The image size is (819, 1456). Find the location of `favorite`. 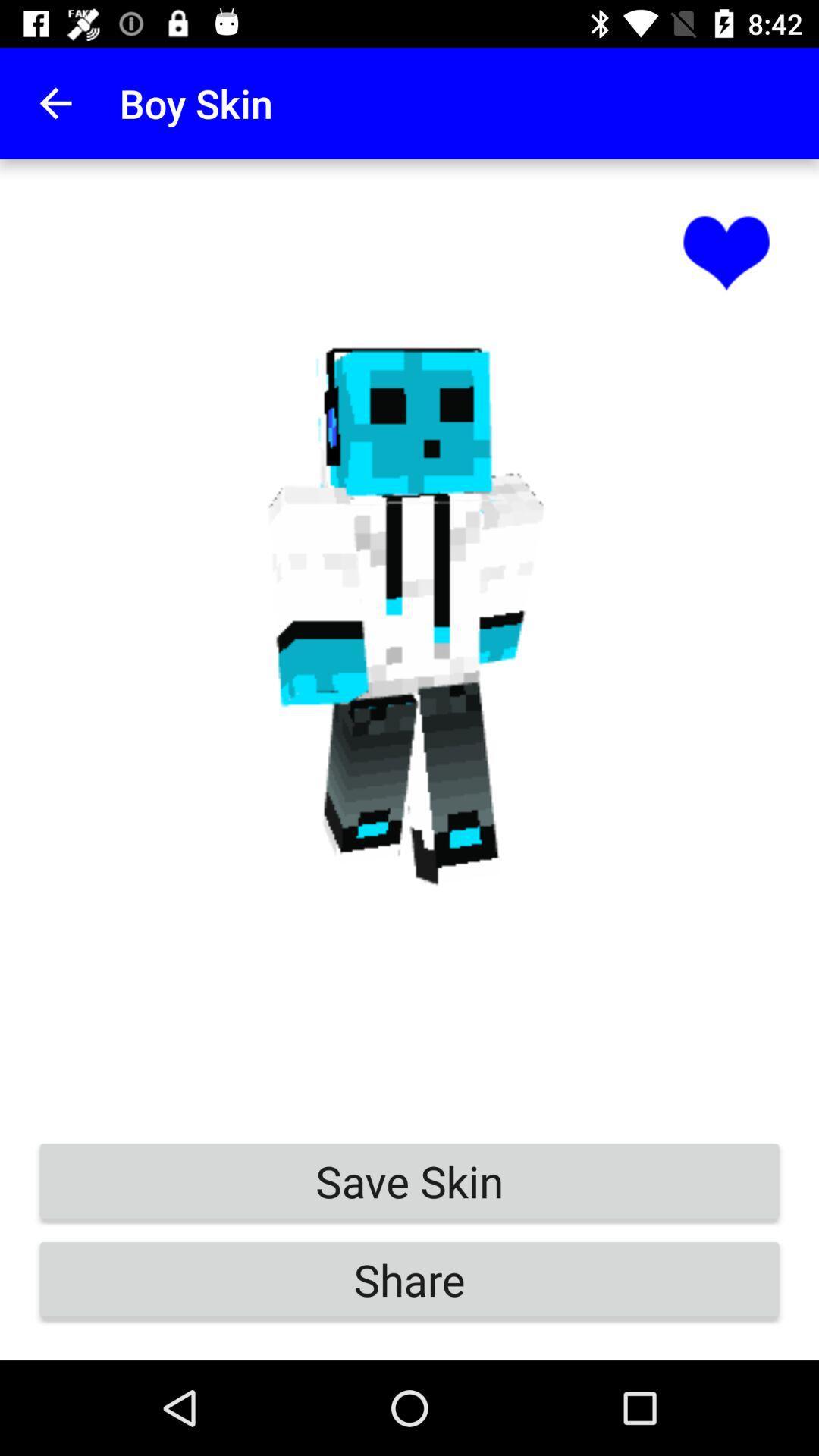

favorite is located at coordinates (726, 251).